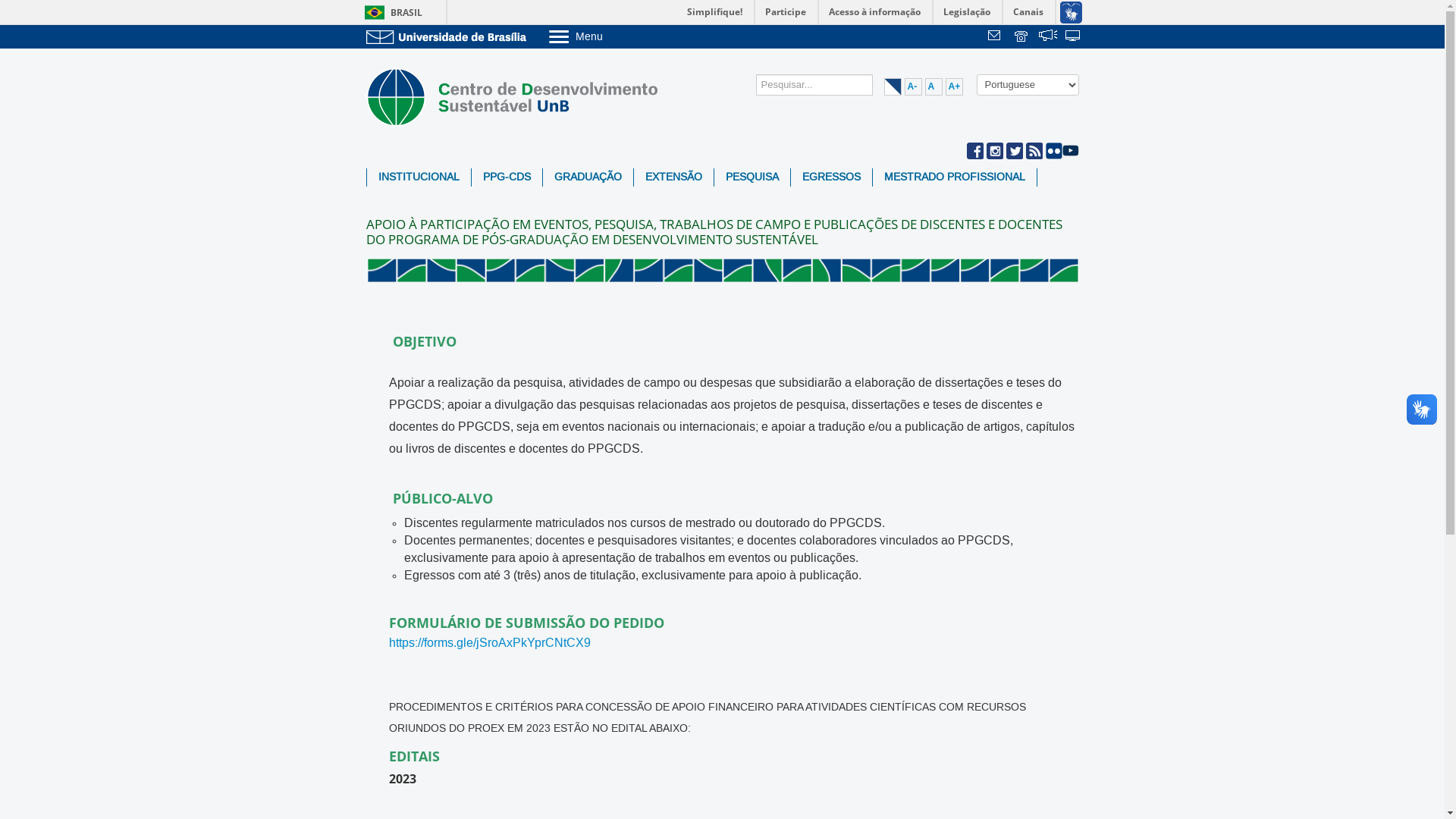  What do you see at coordinates (447, 36) in the screenshot?
I see `'Ir para o Portal da UnB'` at bounding box center [447, 36].